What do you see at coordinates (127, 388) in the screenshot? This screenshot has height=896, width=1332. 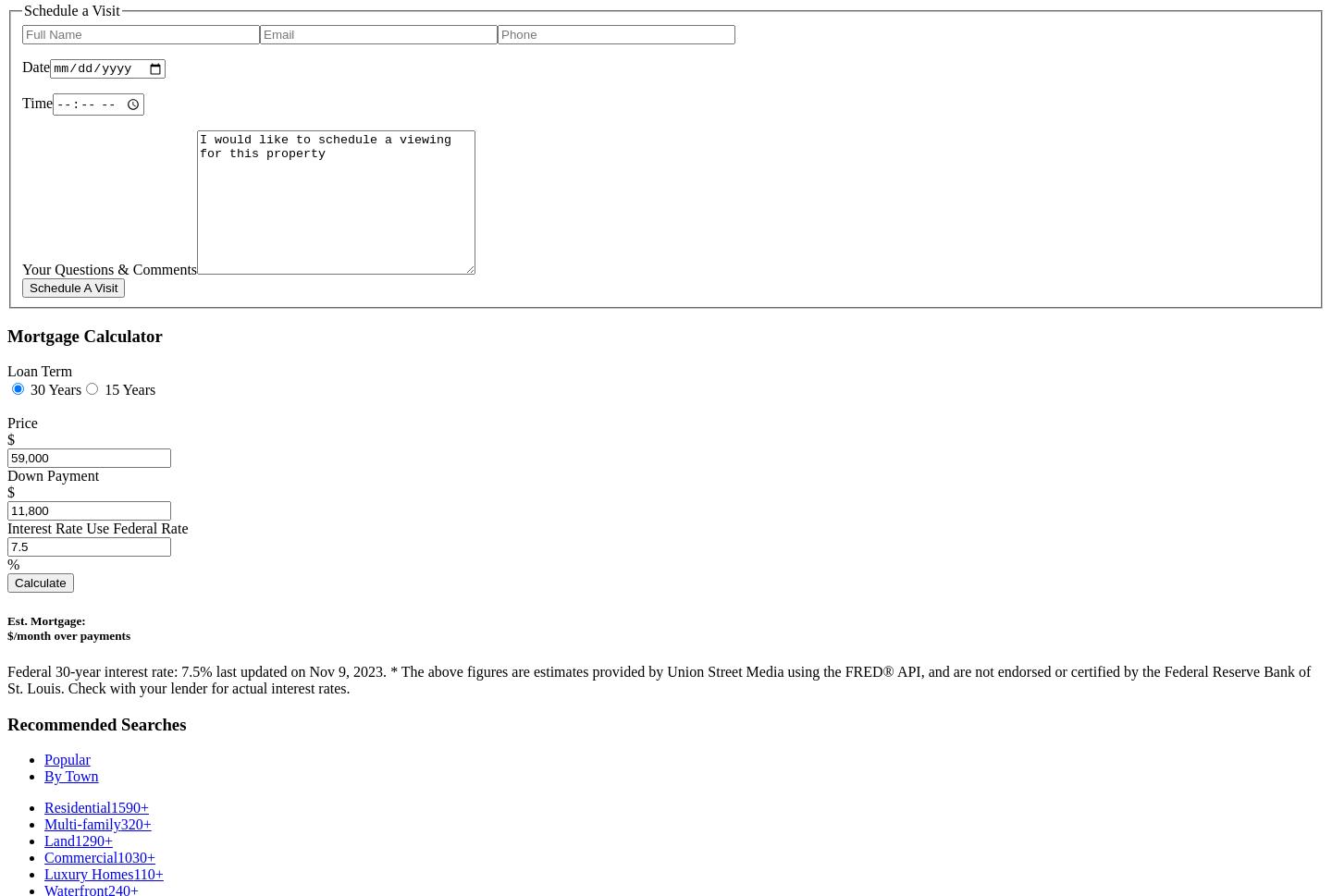 I see `'15 Years'` at bounding box center [127, 388].